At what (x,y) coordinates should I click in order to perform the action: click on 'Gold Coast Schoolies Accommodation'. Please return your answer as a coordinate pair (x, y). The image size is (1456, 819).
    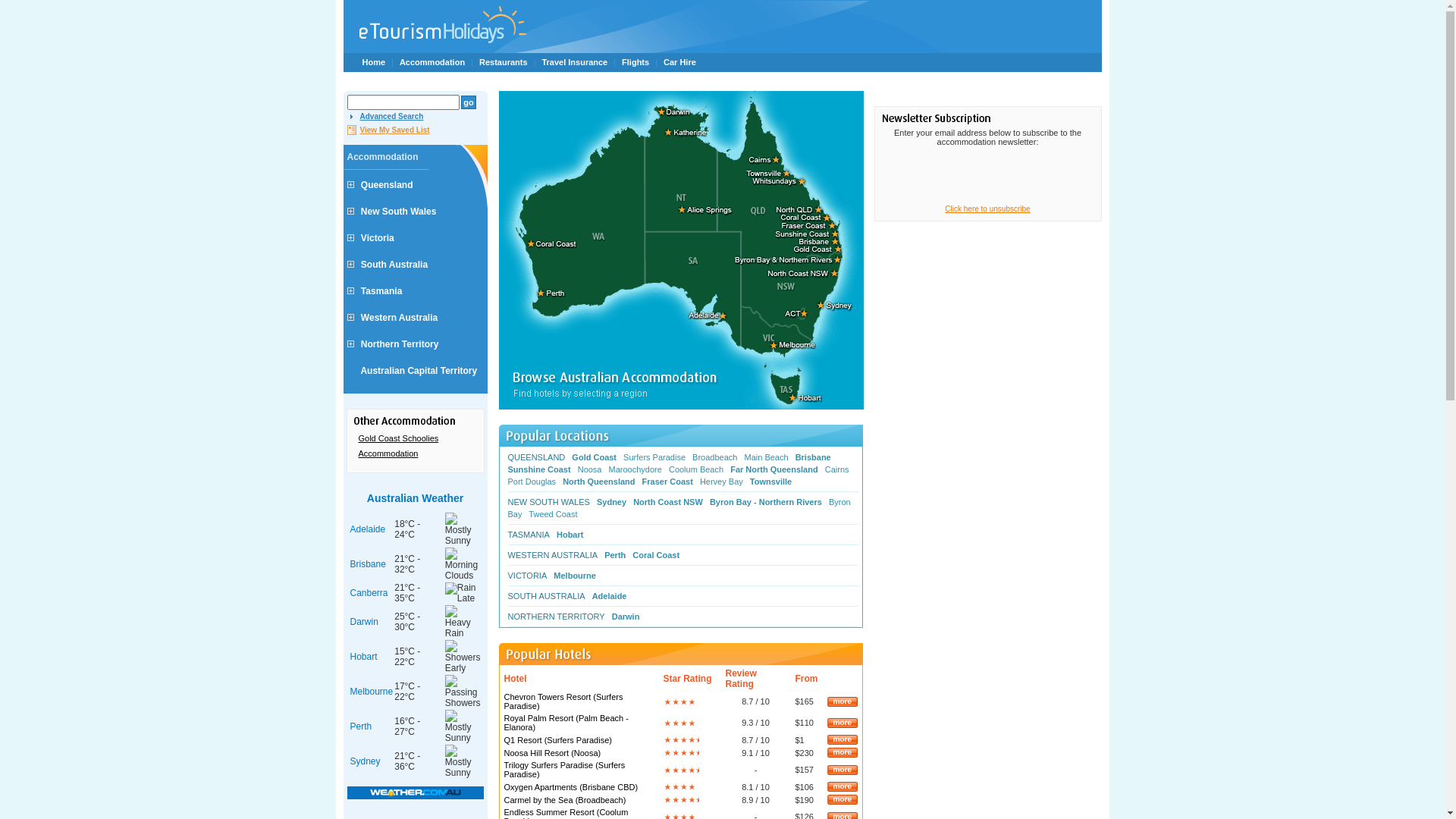
    Looking at the image, I should click on (415, 444).